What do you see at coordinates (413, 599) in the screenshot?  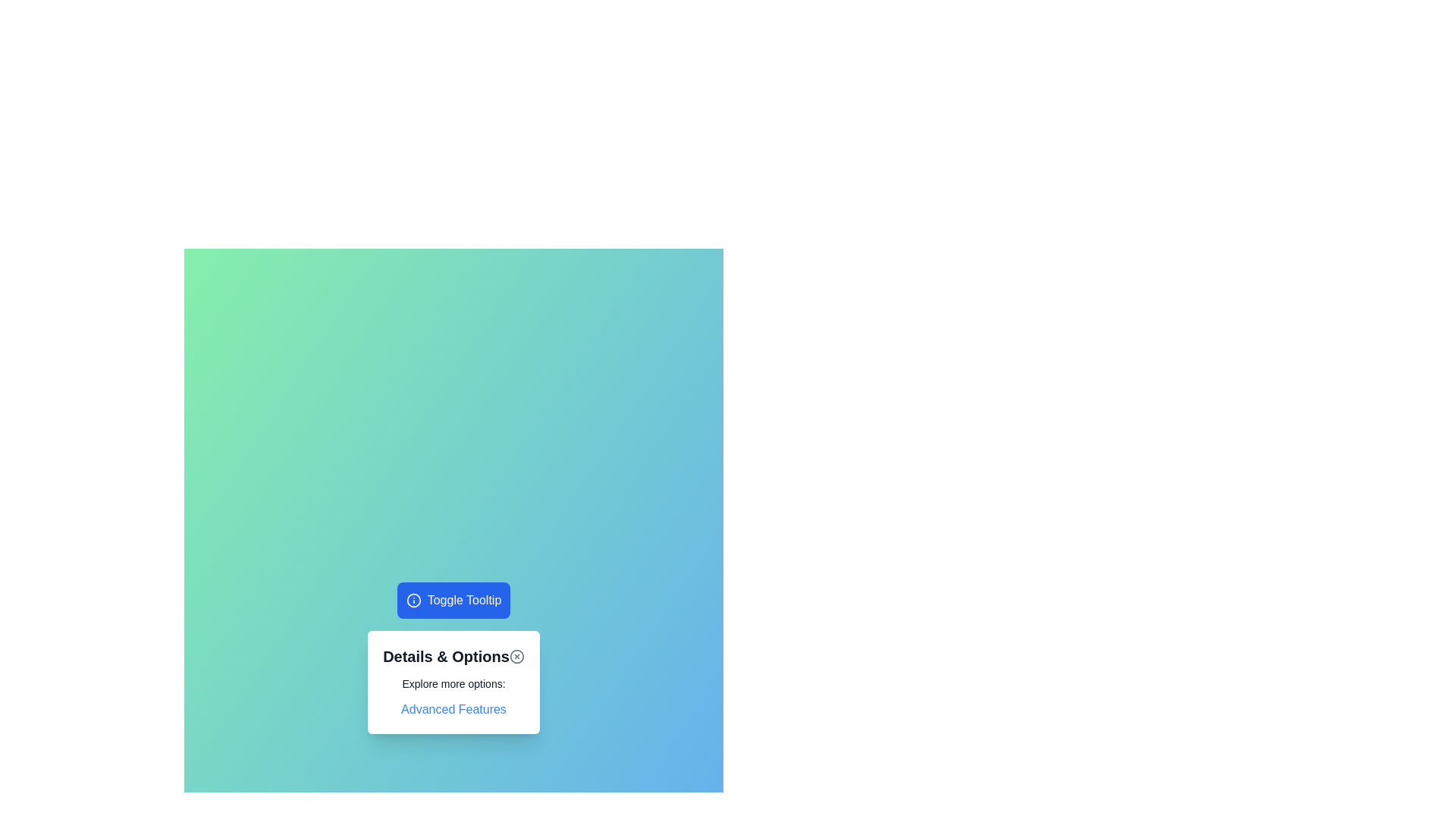 I see `the information indicator icon located to the left of the 'Toggle Tooltip' button, which provides additional context related to its functionality` at bounding box center [413, 599].